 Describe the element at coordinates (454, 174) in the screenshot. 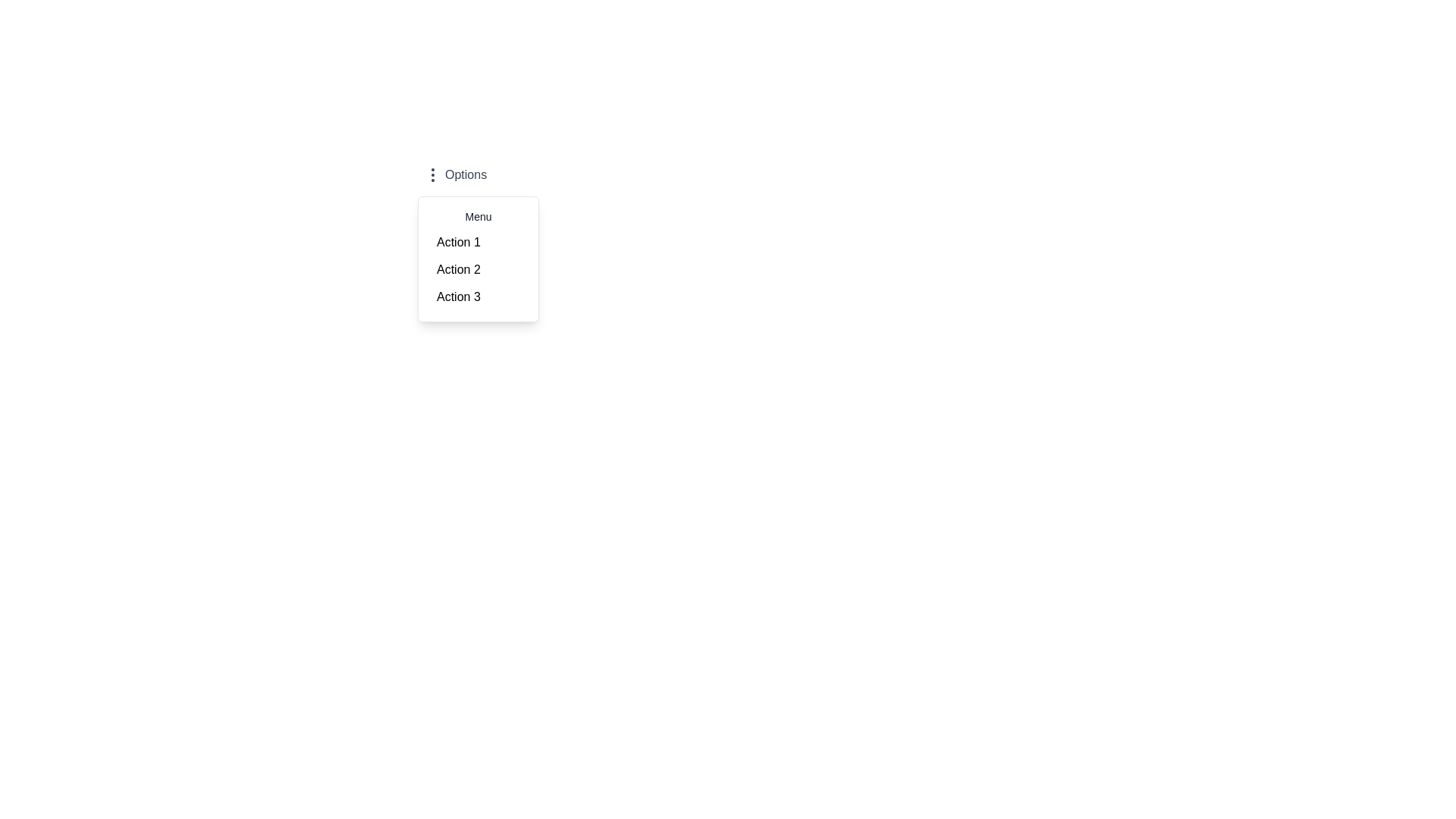

I see `the menu trigger button located at the top-left corner of the menu header area` at that location.